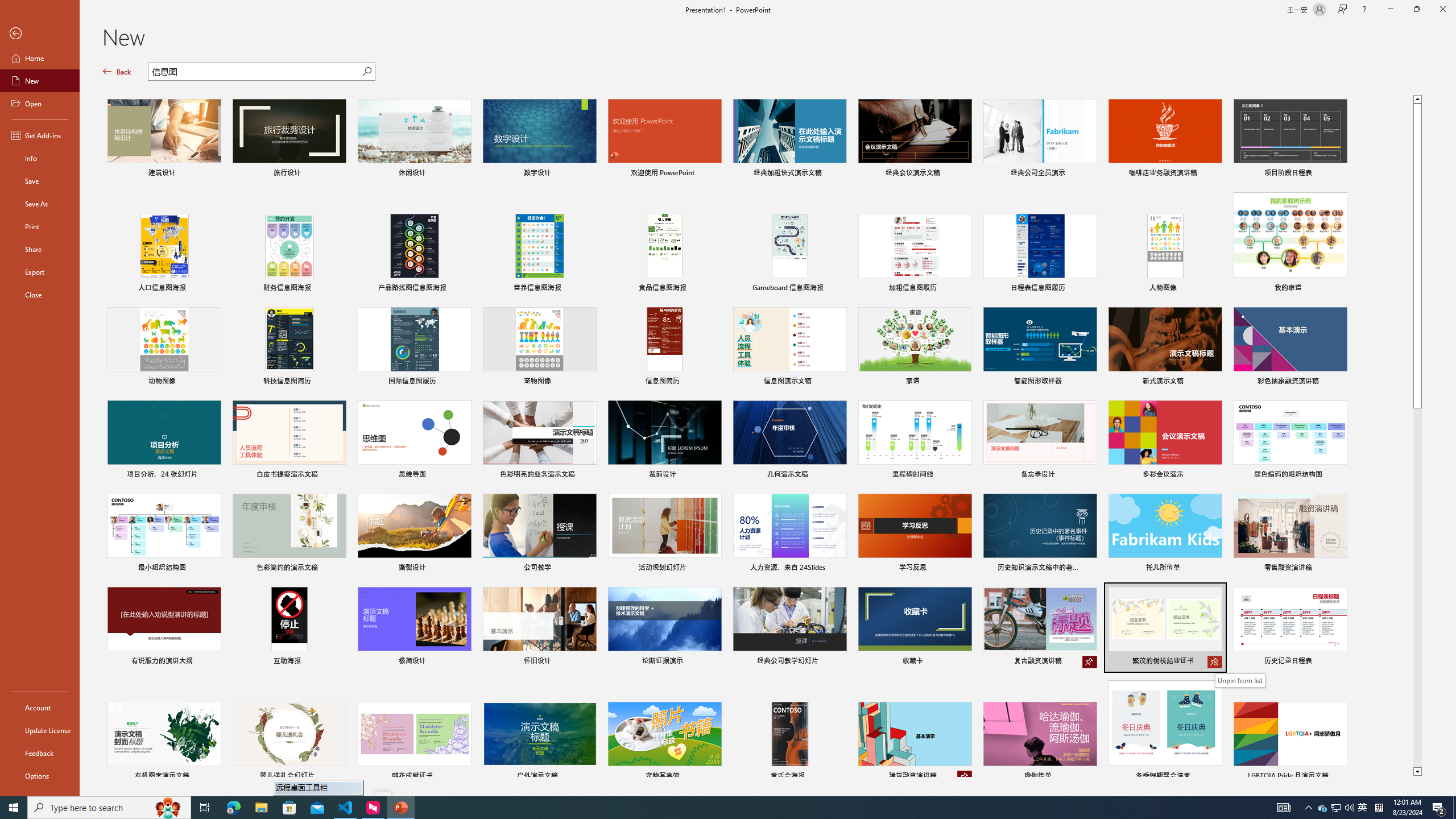 The height and width of the screenshot is (819, 1456). I want to click on 'Print', so click(39, 226).